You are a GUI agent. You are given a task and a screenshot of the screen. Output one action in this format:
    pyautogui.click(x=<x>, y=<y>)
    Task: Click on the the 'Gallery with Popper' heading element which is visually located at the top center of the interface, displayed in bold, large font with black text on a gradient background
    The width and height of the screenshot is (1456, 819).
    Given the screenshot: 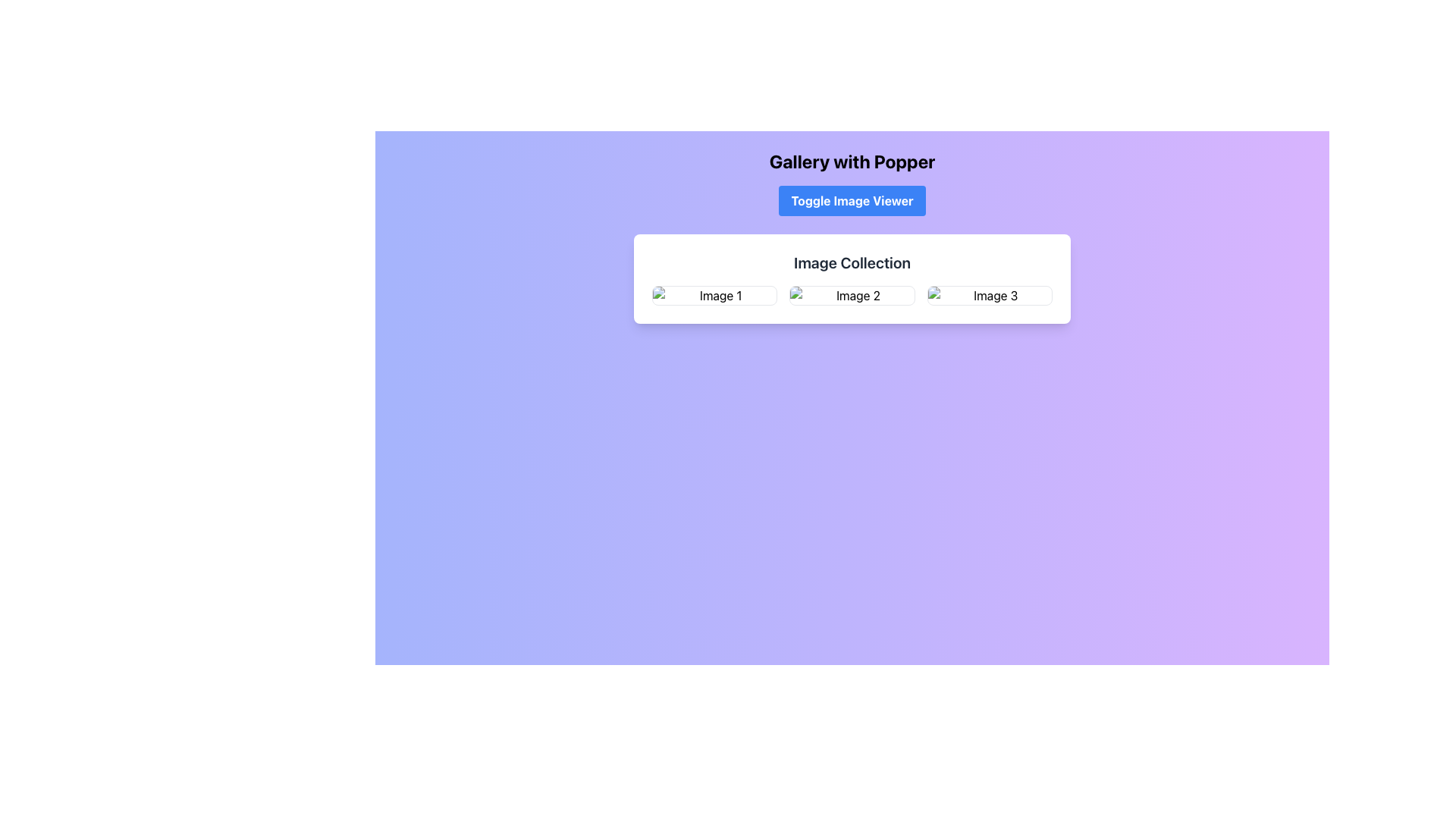 What is the action you would take?
    pyautogui.click(x=852, y=161)
    